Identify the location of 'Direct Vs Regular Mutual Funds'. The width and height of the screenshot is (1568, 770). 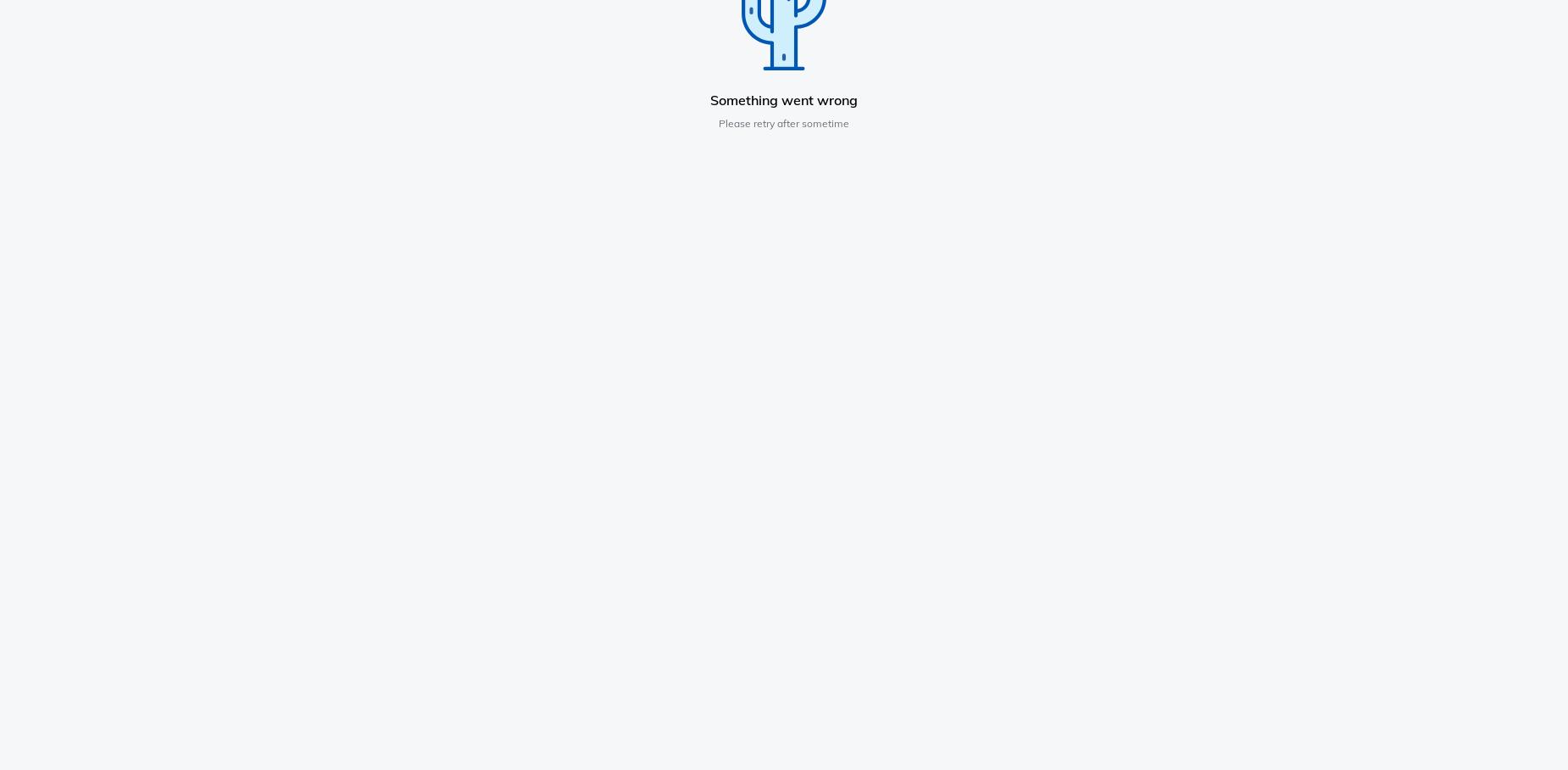
(761, 617).